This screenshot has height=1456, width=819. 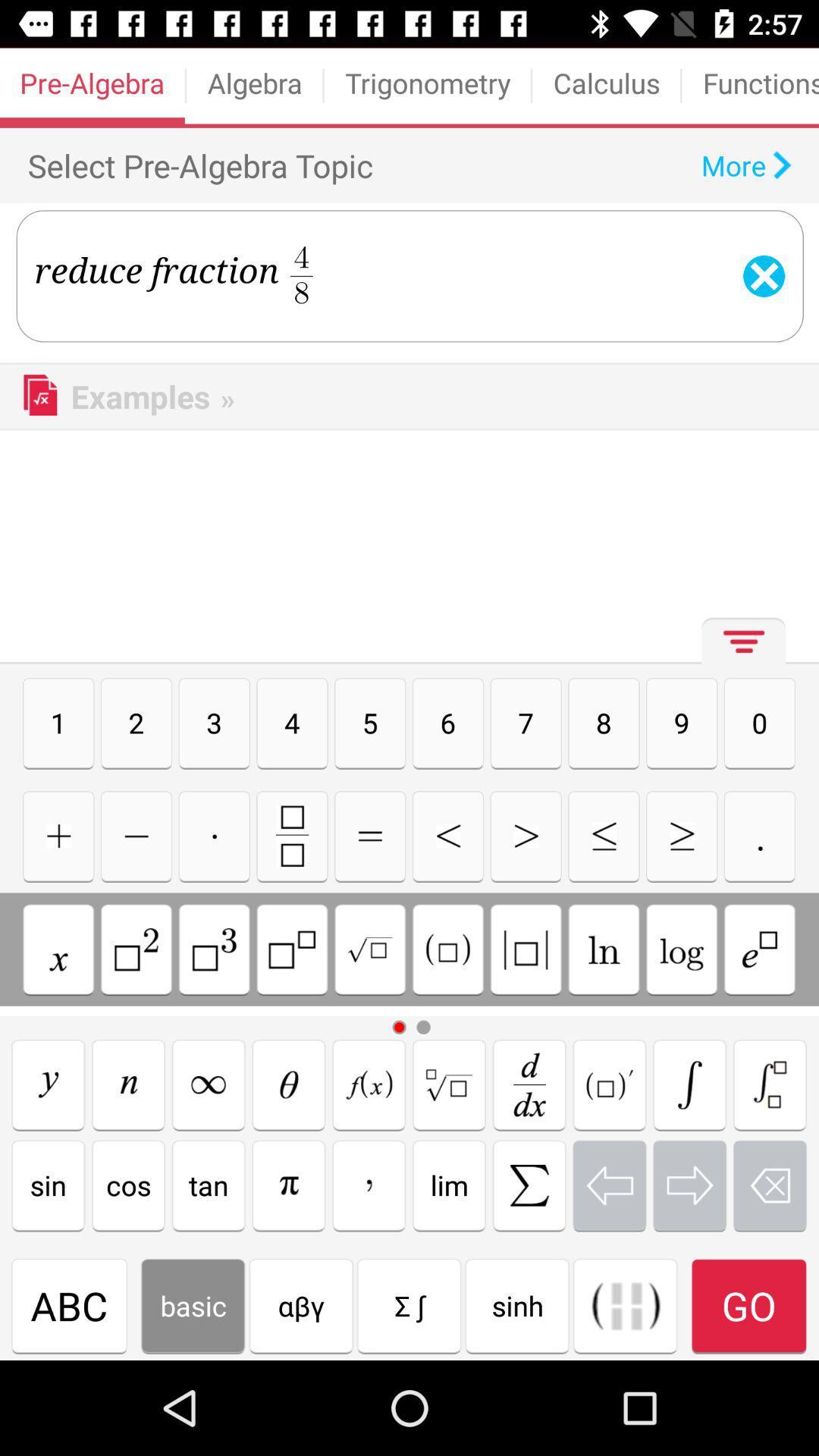 What do you see at coordinates (370, 949) in the screenshot?
I see `square root notation` at bounding box center [370, 949].